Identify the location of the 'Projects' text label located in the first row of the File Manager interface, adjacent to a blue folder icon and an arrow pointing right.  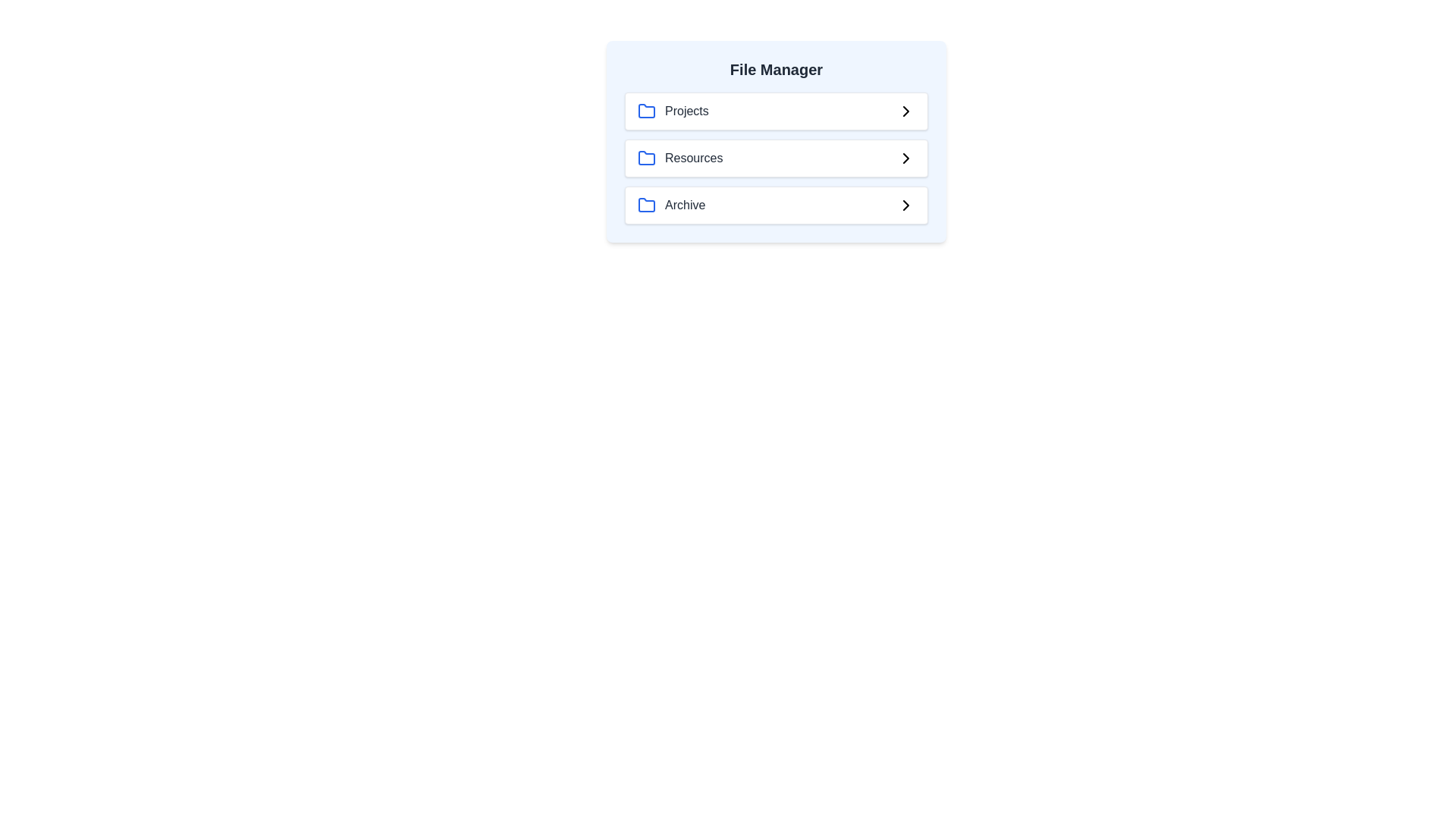
(686, 110).